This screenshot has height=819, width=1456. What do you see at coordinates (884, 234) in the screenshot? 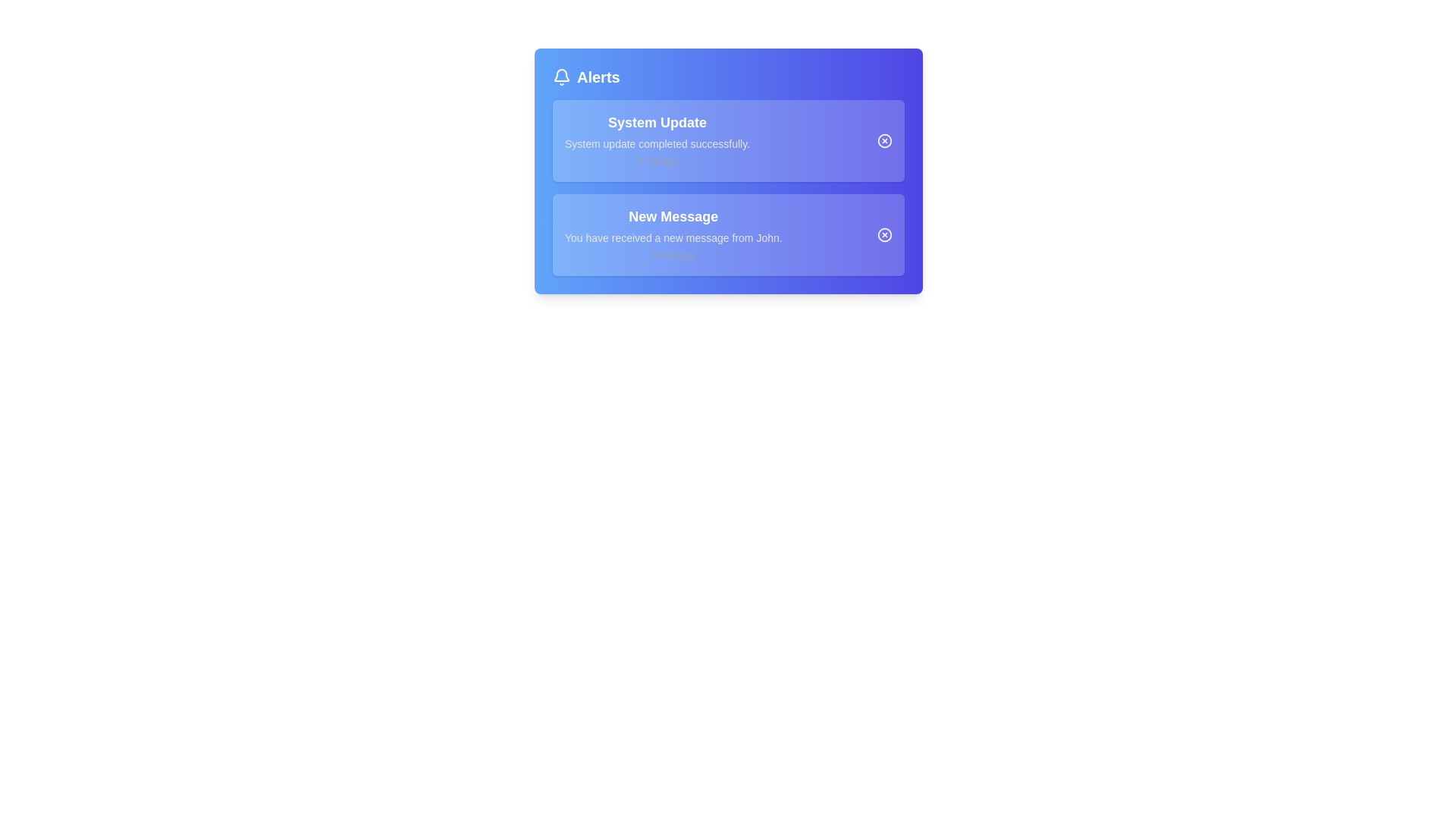
I see `the dismiss button located in the bottom-right corner of the 'New Message' card` at bounding box center [884, 234].